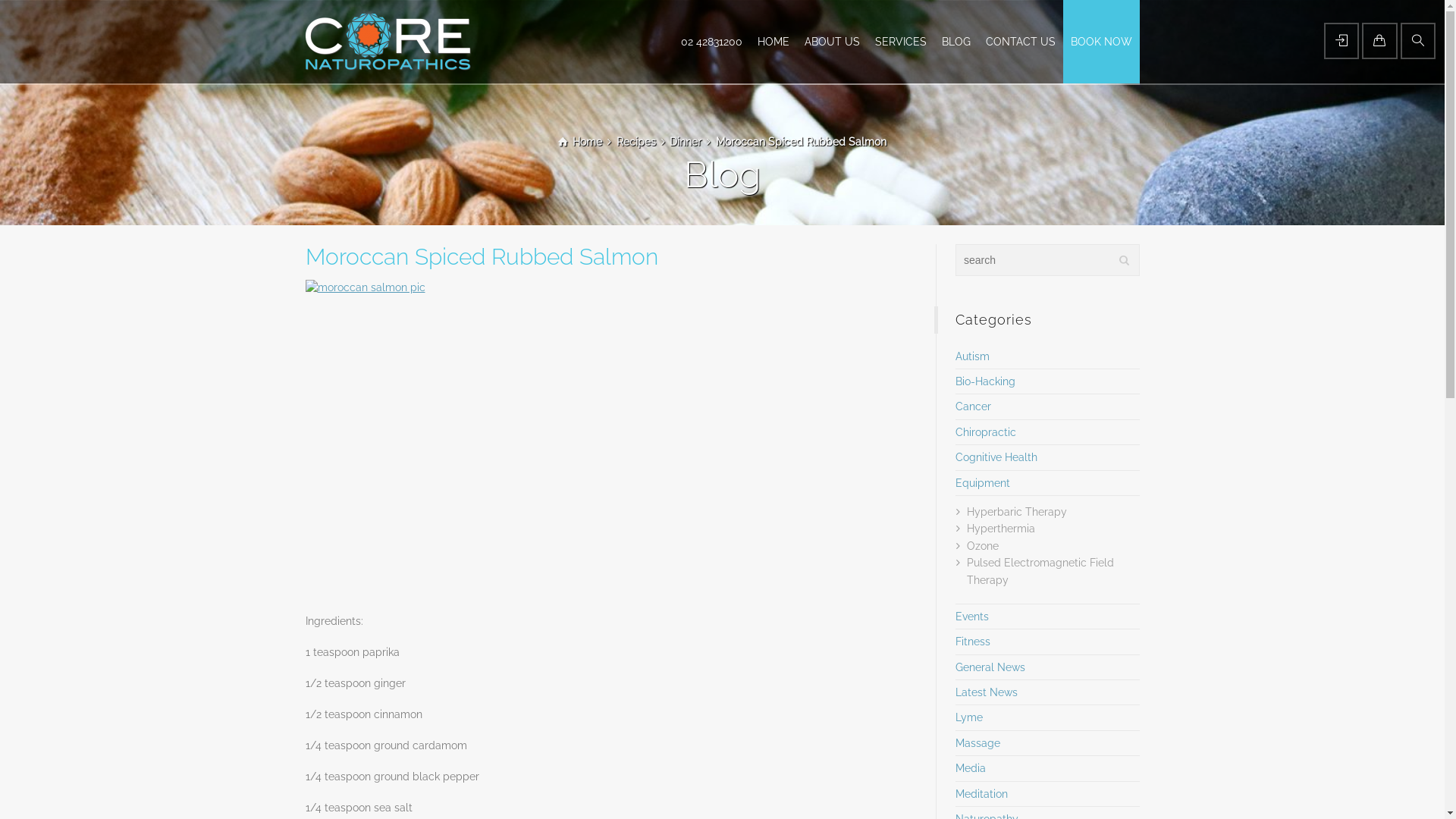  I want to click on 'Massage', so click(954, 742).